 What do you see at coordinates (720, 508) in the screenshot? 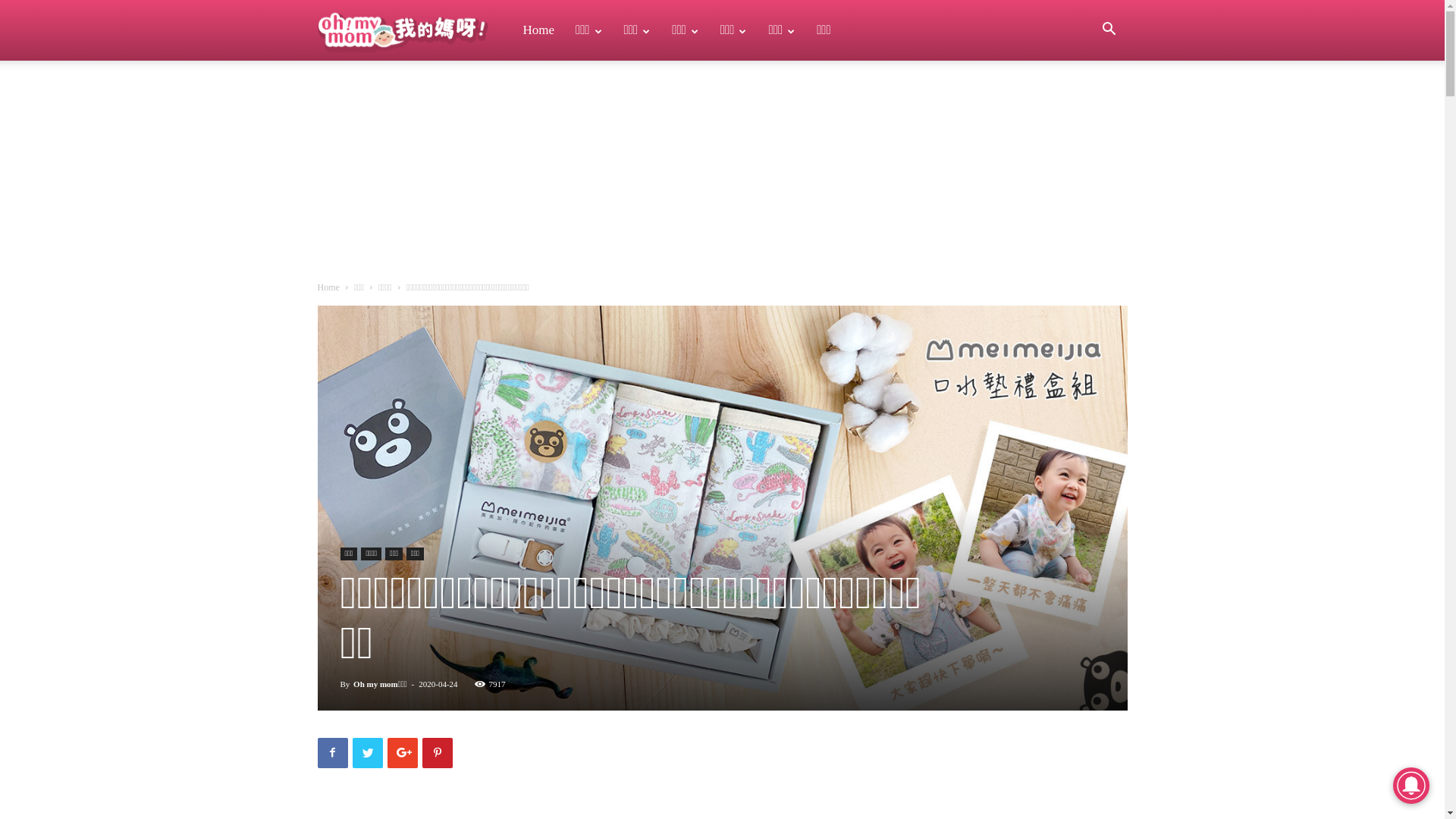
I see `'0424-BN'` at bounding box center [720, 508].